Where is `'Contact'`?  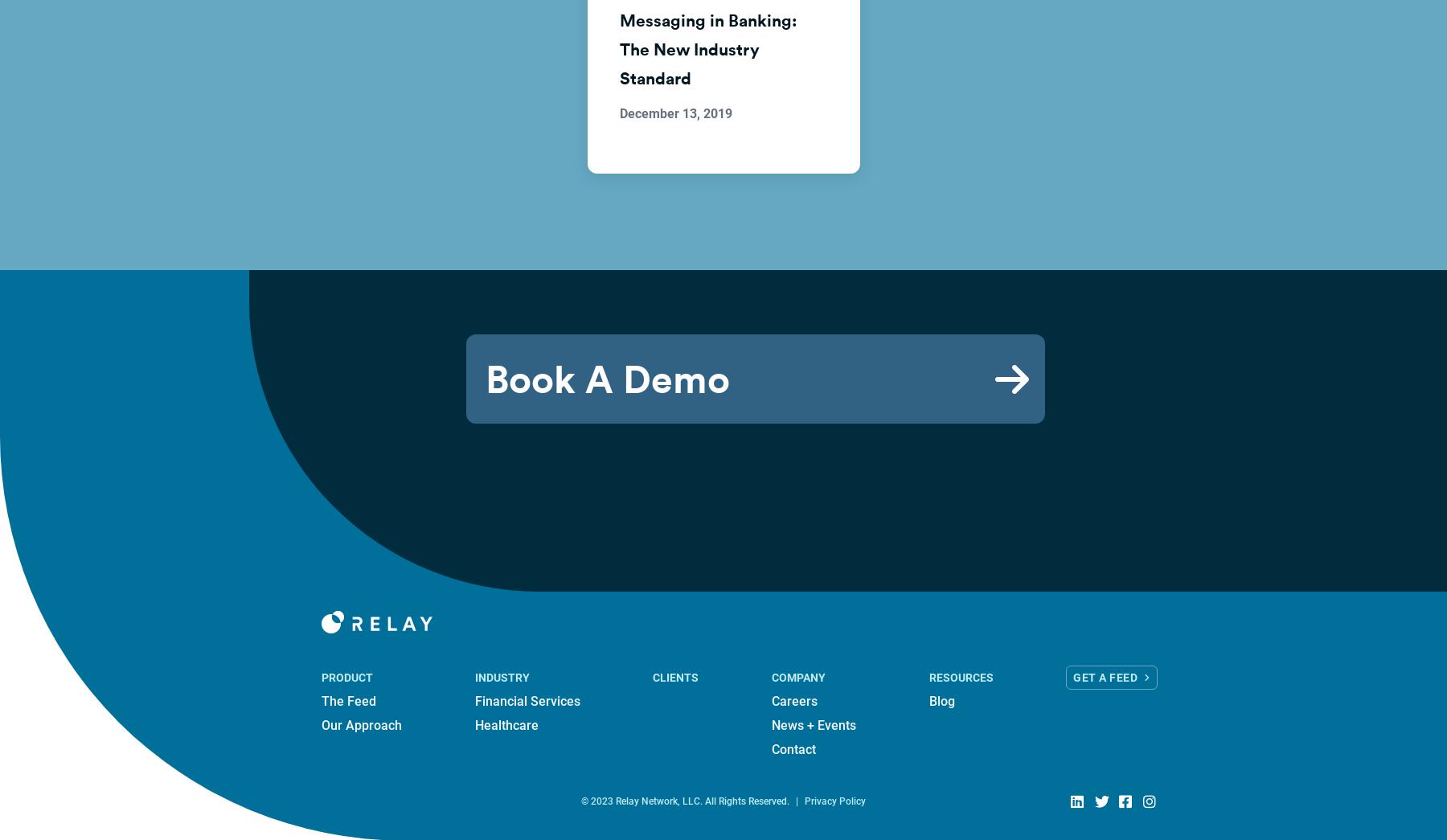 'Contact' is located at coordinates (793, 748).